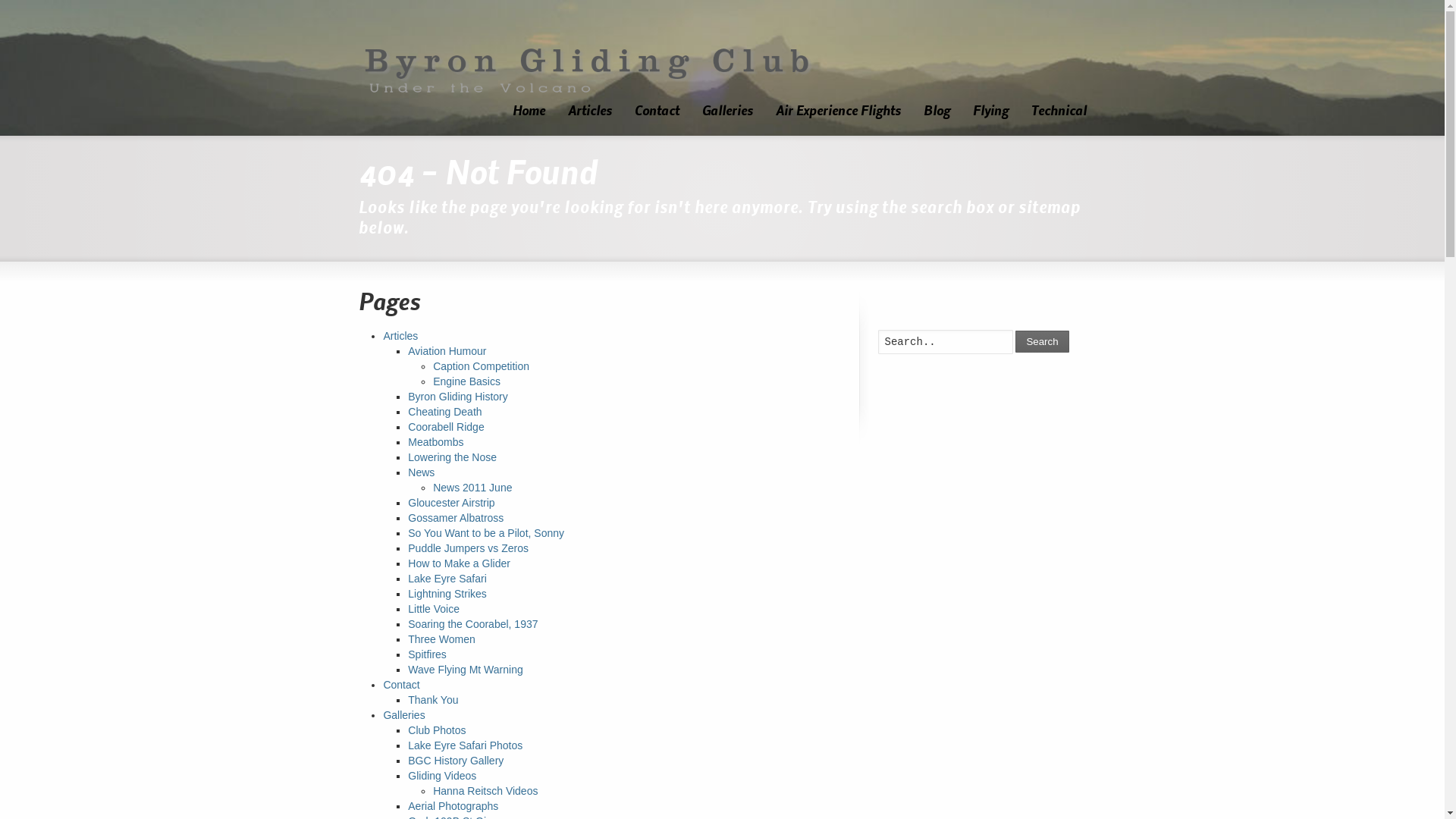 This screenshot has width=1456, height=819. I want to click on 'Byron Gliding History', so click(407, 396).